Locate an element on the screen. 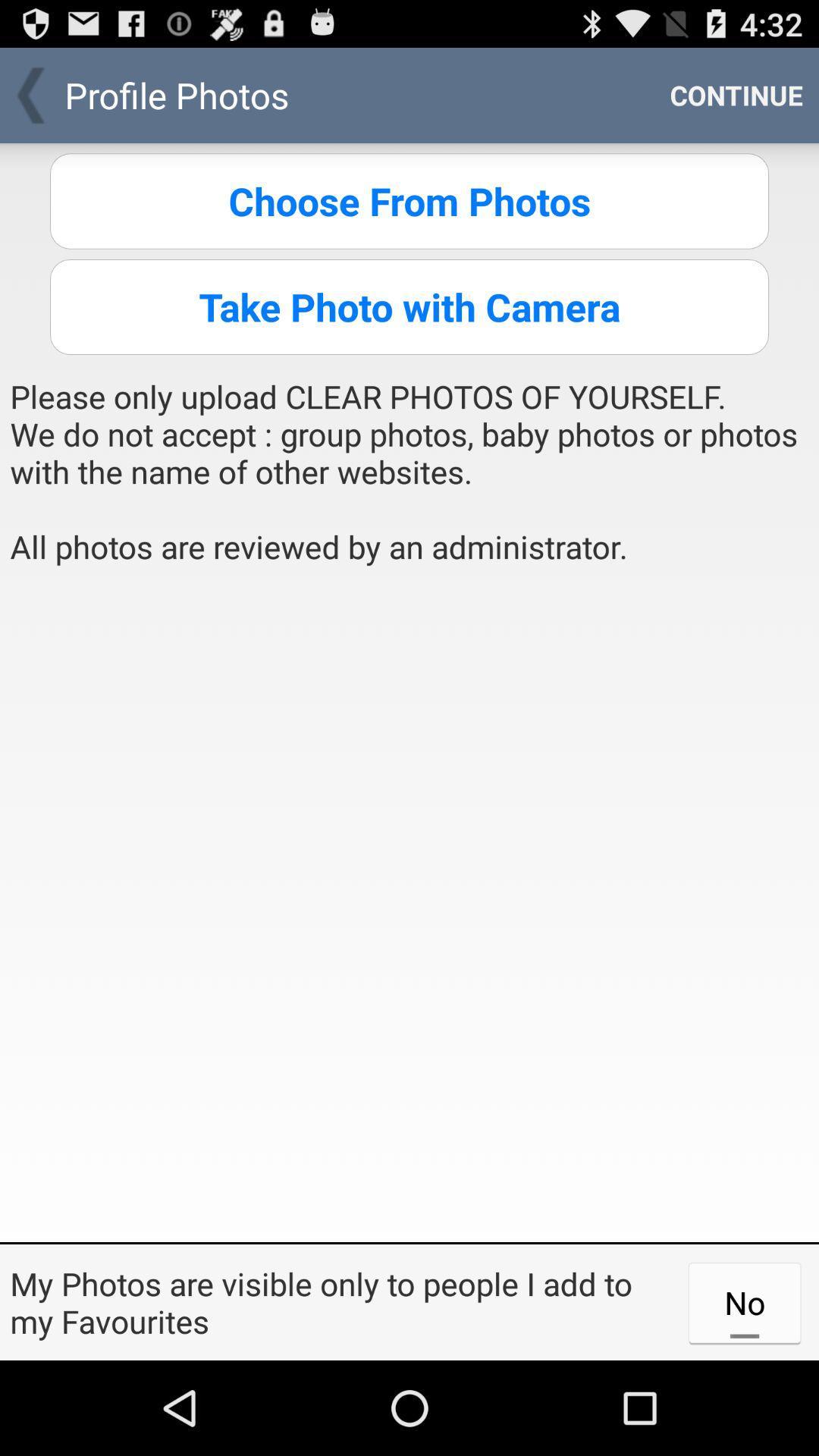  the app next to the profile photos app is located at coordinates (736, 94).